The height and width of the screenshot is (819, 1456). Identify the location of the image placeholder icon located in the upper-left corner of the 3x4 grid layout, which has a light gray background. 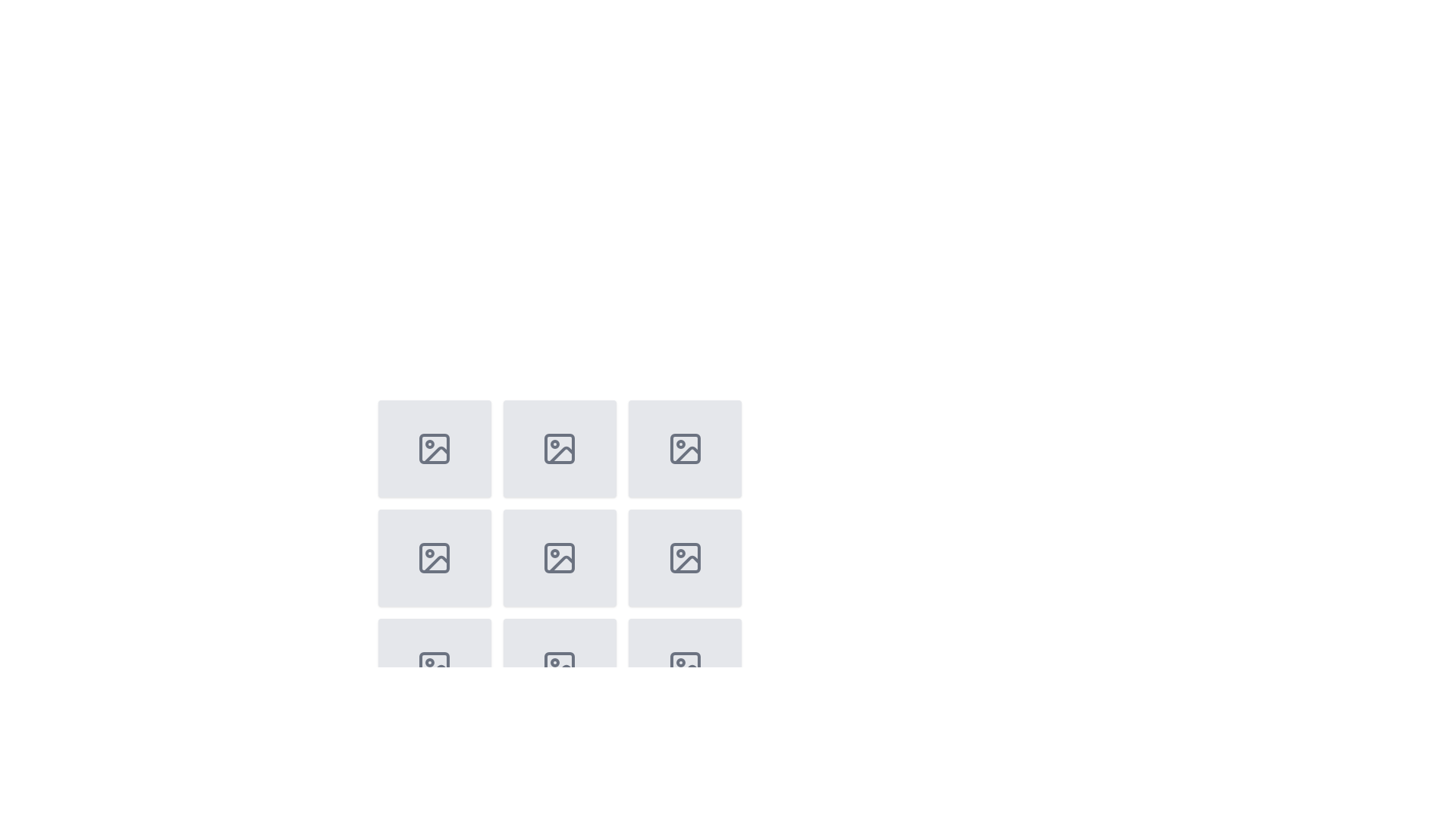
(434, 447).